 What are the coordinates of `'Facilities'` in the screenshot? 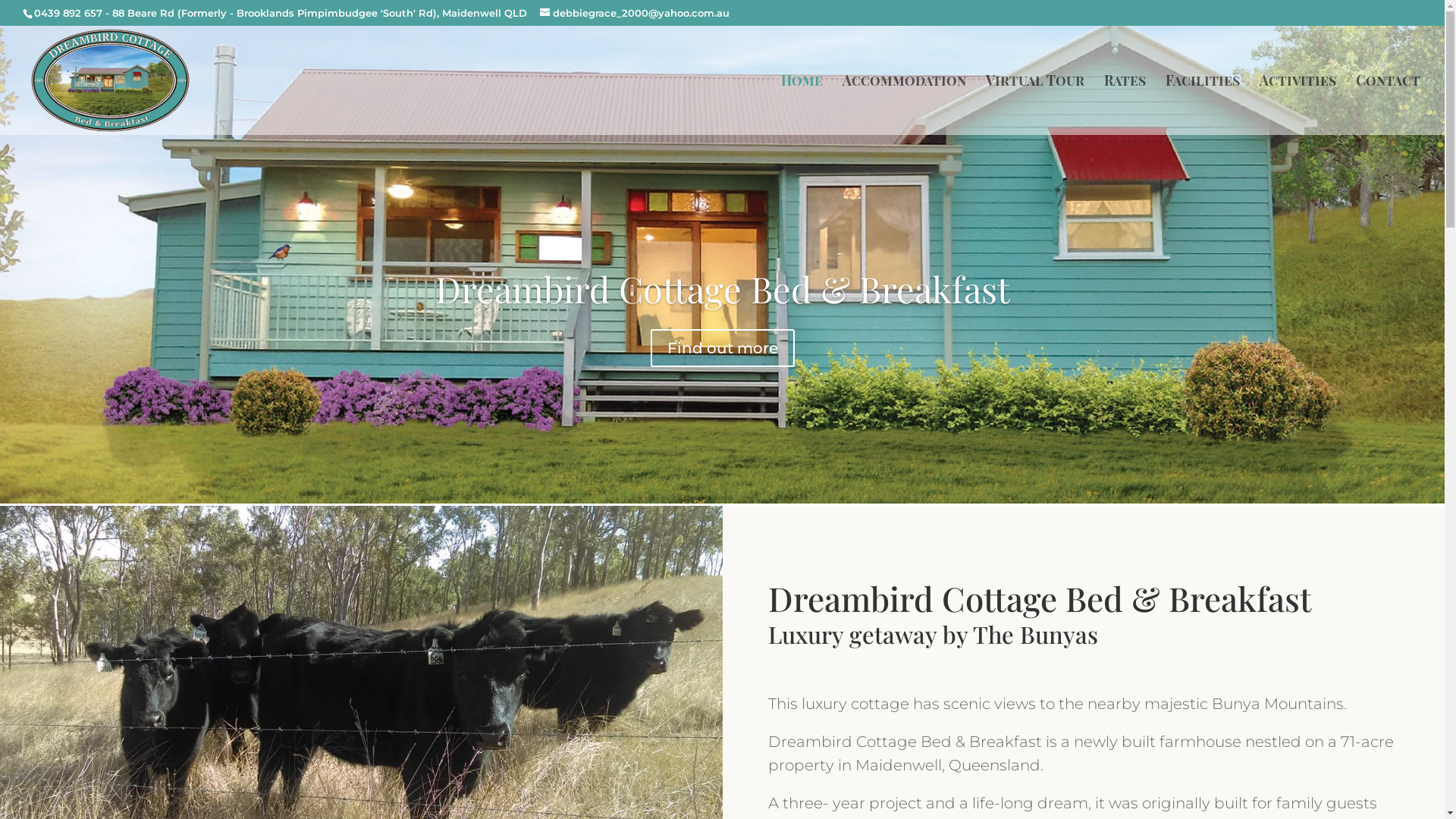 It's located at (1164, 103).